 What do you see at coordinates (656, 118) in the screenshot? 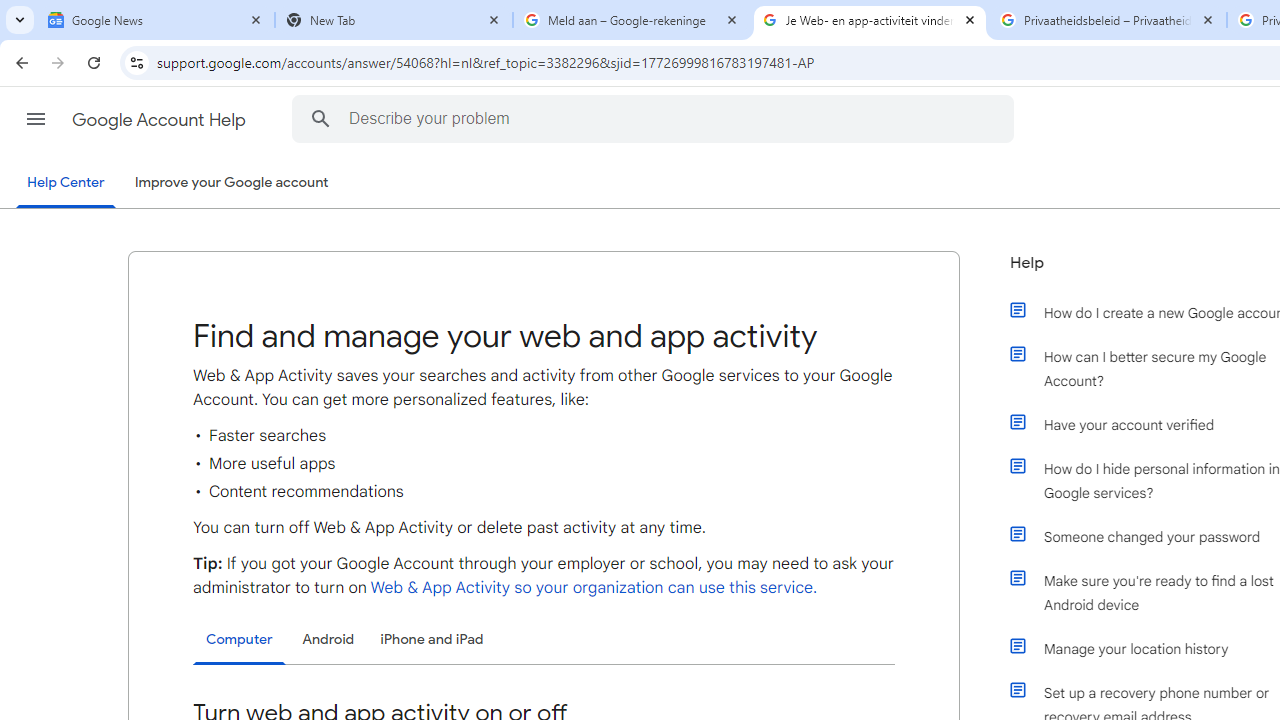
I see `'Describe your problem'` at bounding box center [656, 118].